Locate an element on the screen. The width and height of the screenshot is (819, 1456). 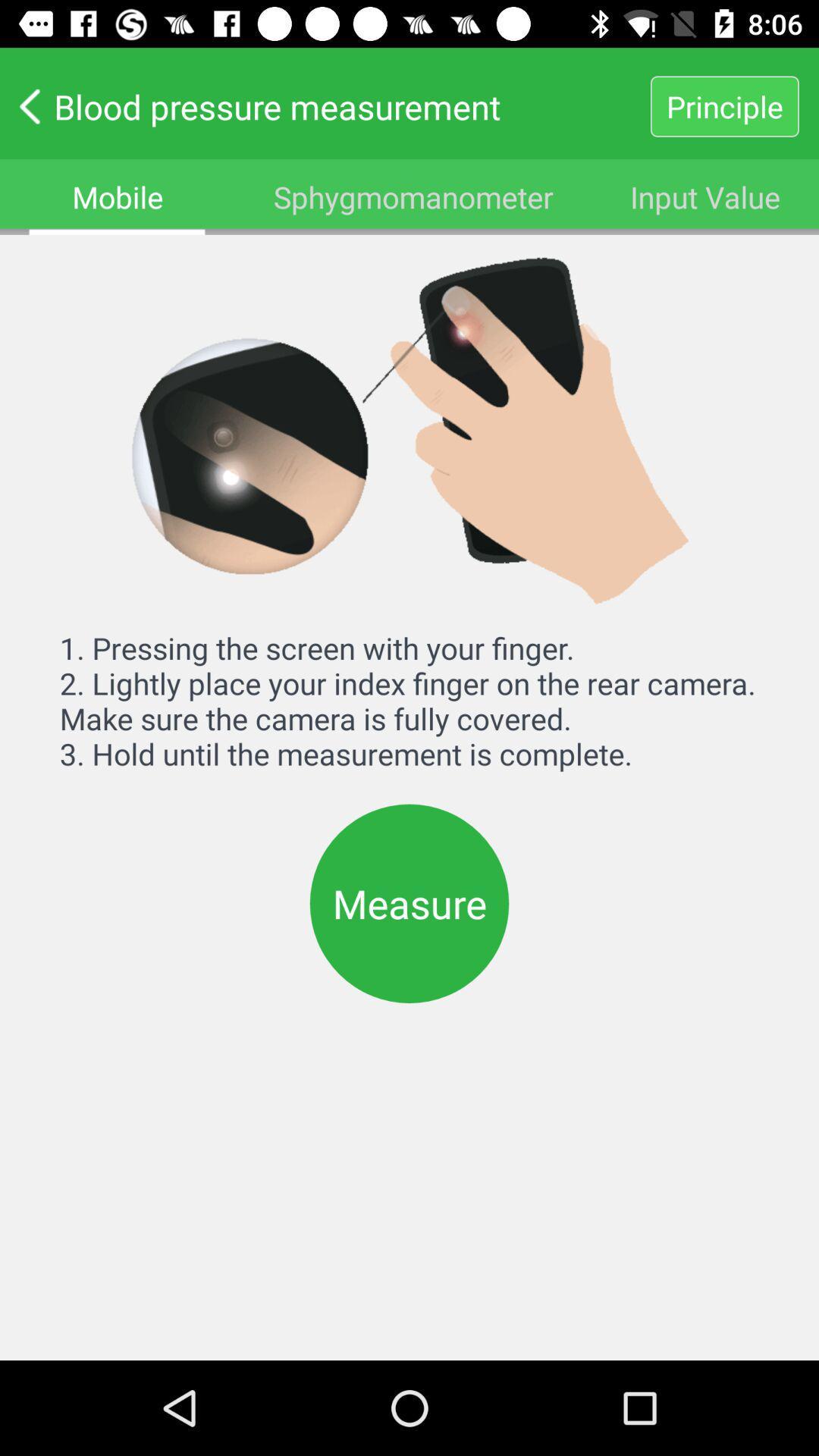
the icon below blood pressure measurement is located at coordinates (705, 196).